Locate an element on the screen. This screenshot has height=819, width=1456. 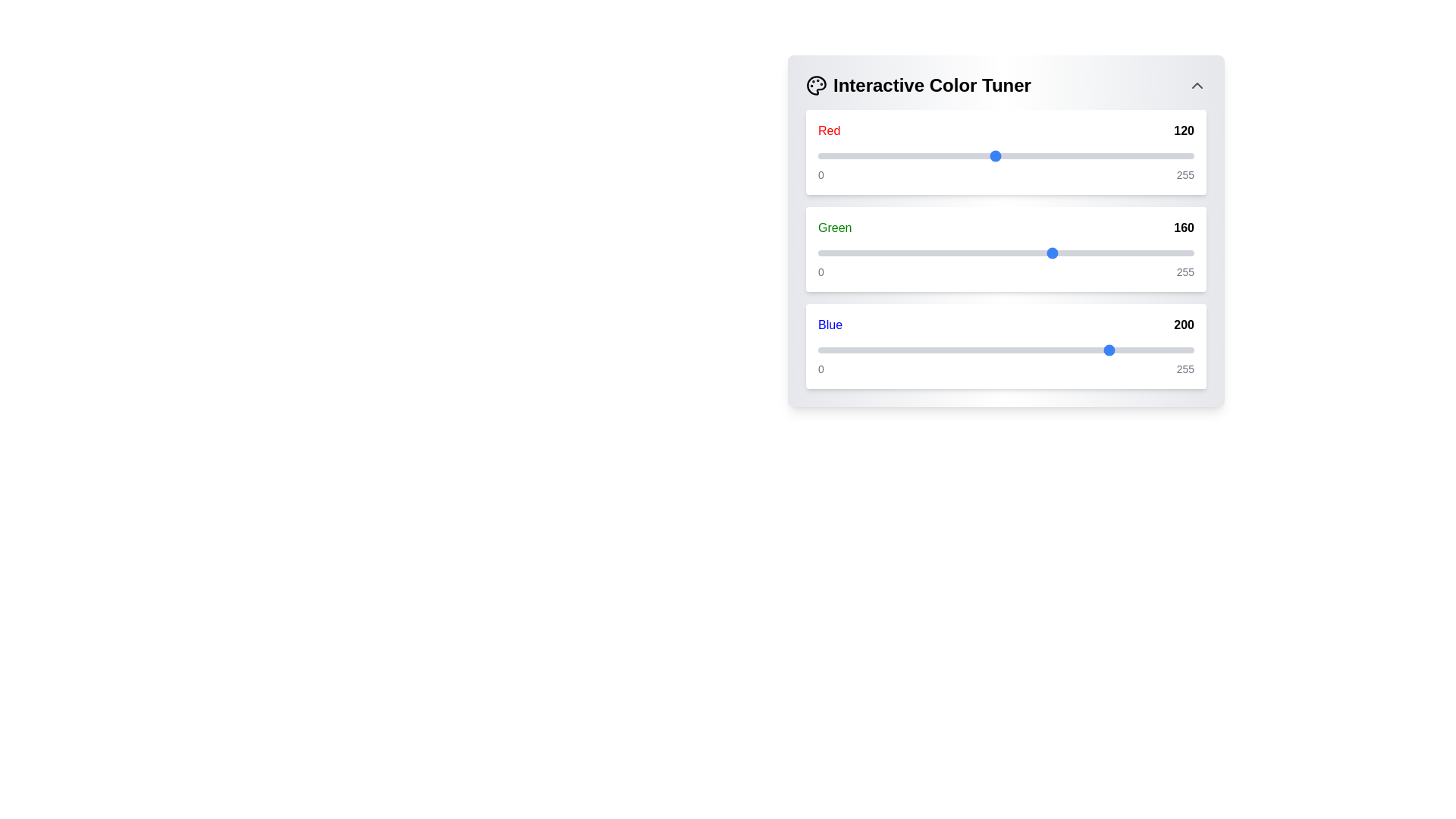
the green component value is located at coordinates (1072, 253).